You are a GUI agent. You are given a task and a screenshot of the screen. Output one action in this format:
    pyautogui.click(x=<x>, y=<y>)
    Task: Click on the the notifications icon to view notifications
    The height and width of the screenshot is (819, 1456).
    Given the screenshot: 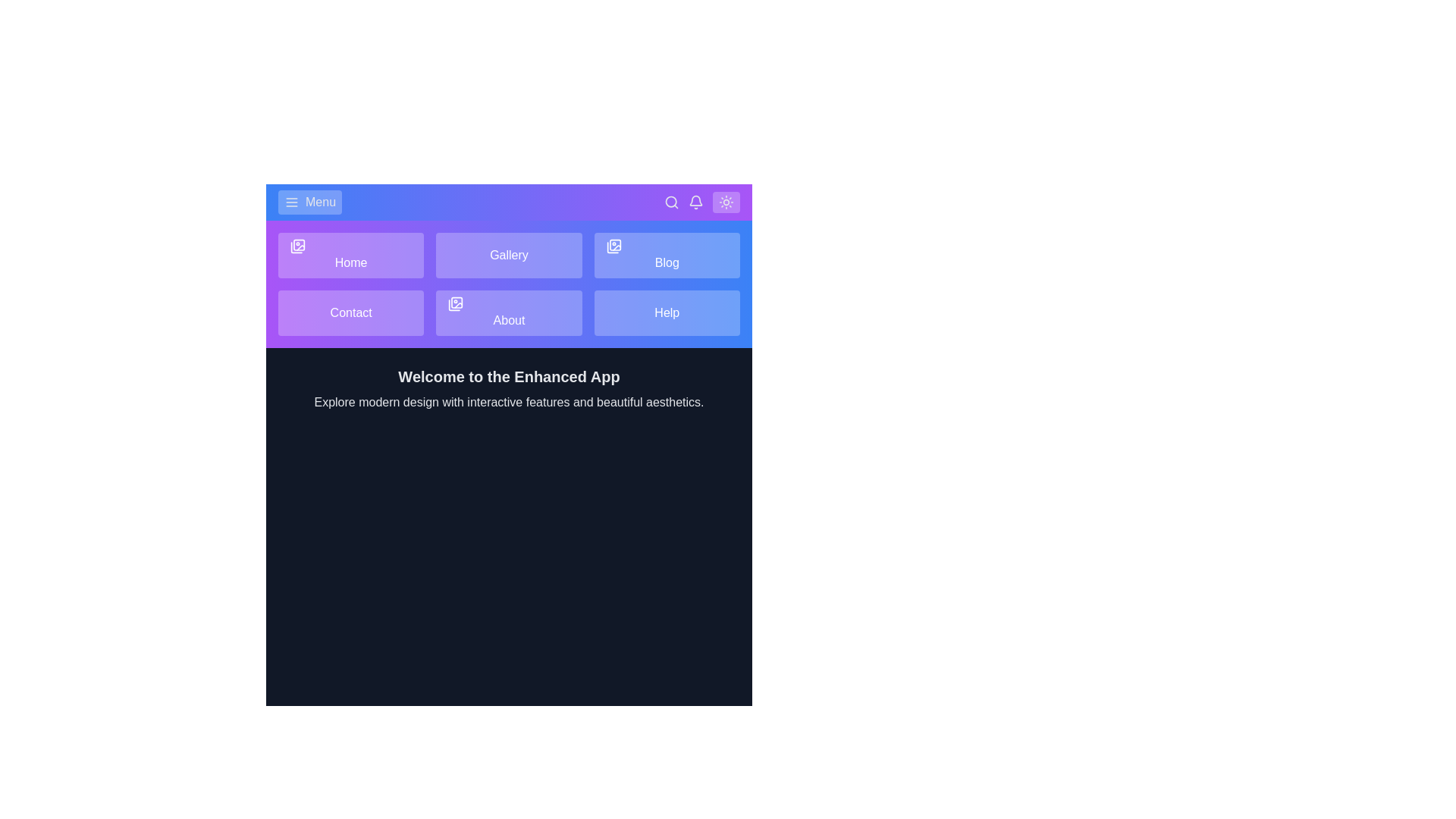 What is the action you would take?
    pyautogui.click(x=695, y=201)
    